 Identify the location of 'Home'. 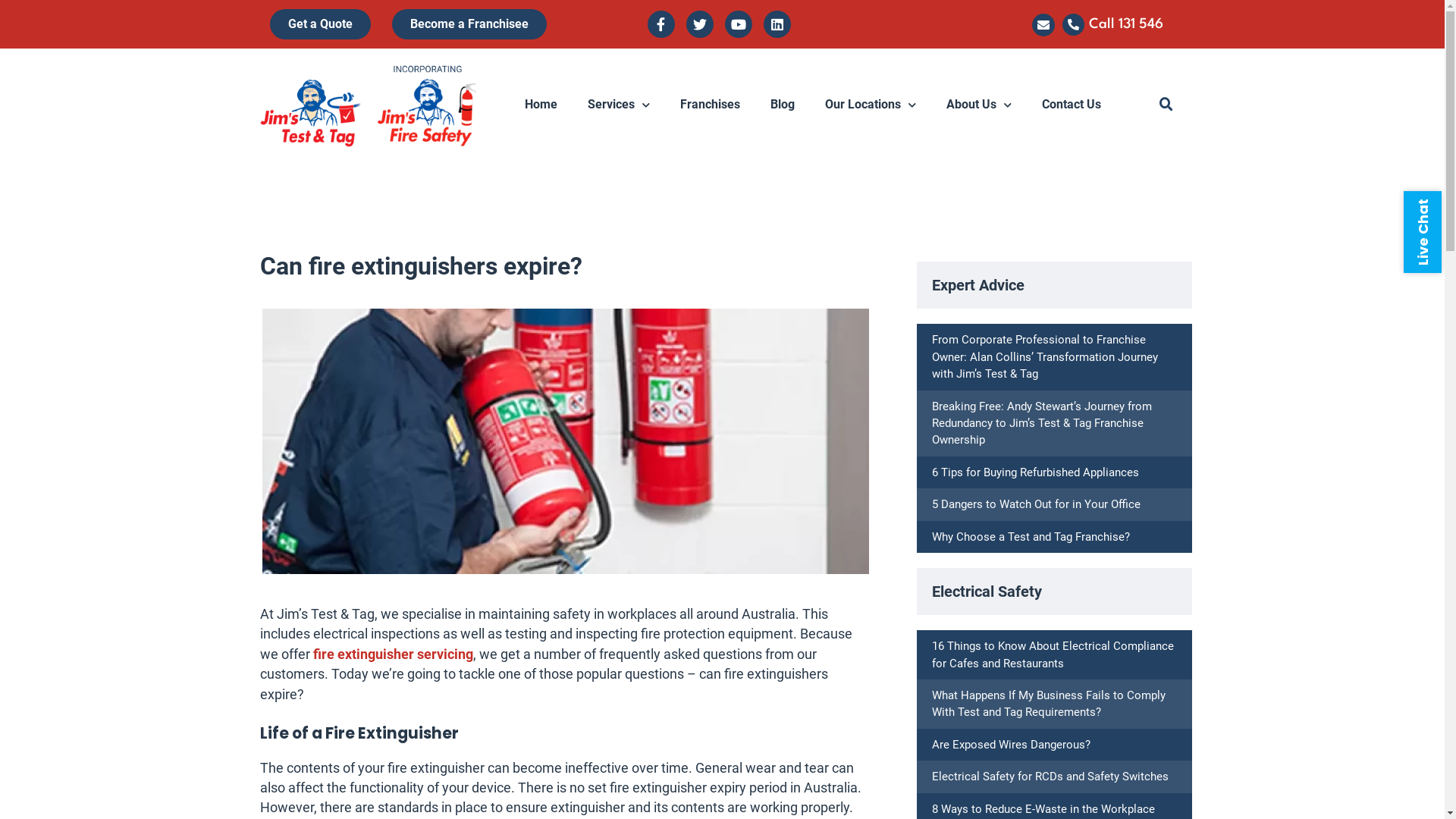
(541, 104).